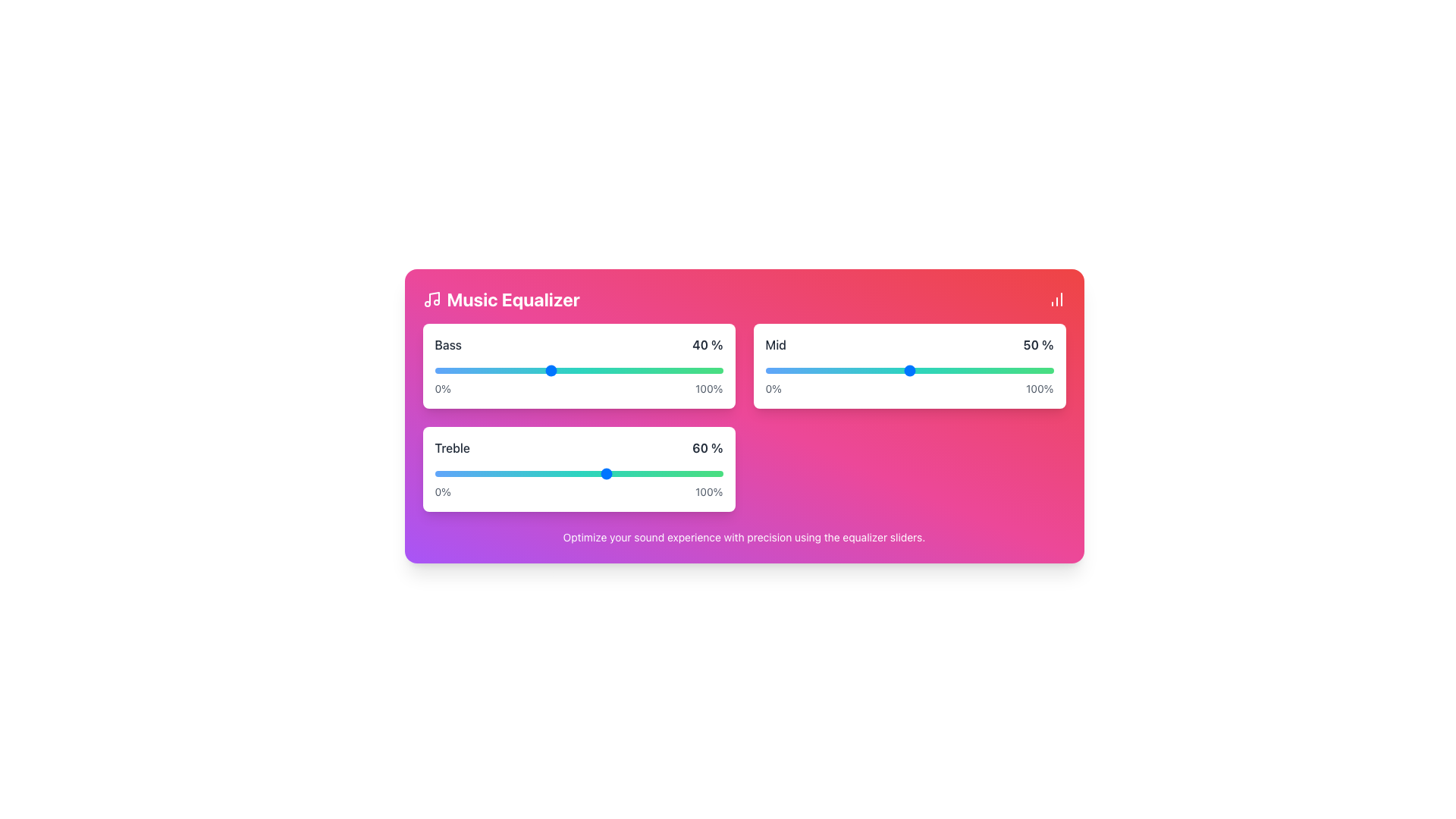  Describe the element at coordinates (557, 371) in the screenshot. I see `the bass level` at that location.